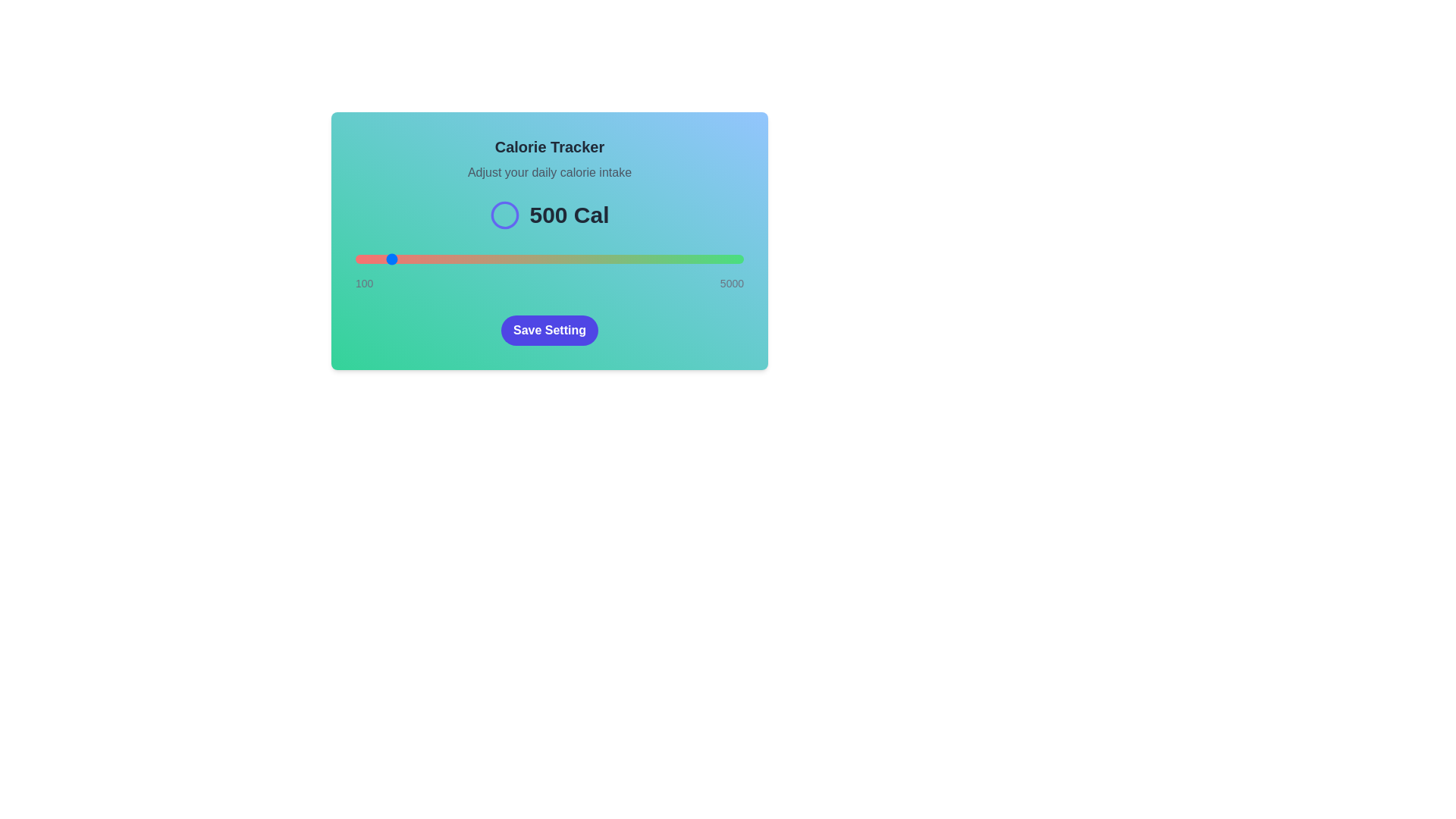 The image size is (1456, 819). What do you see at coordinates (456, 259) in the screenshot?
I see `the calorie intake slider to 1378 calories` at bounding box center [456, 259].